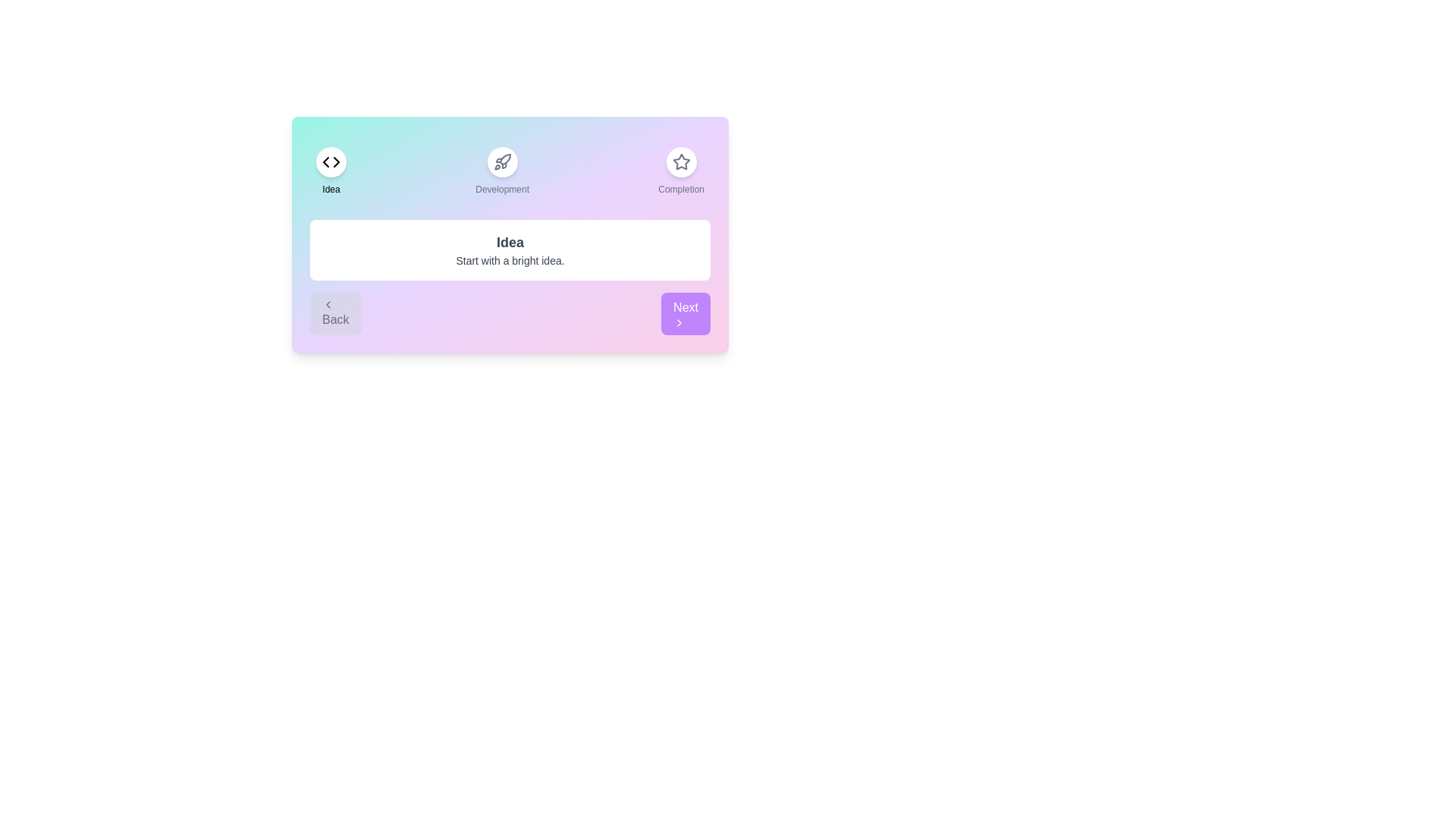 The image size is (1456, 819). What do you see at coordinates (685, 312) in the screenshot?
I see `'Next' button to proceed to the next step` at bounding box center [685, 312].